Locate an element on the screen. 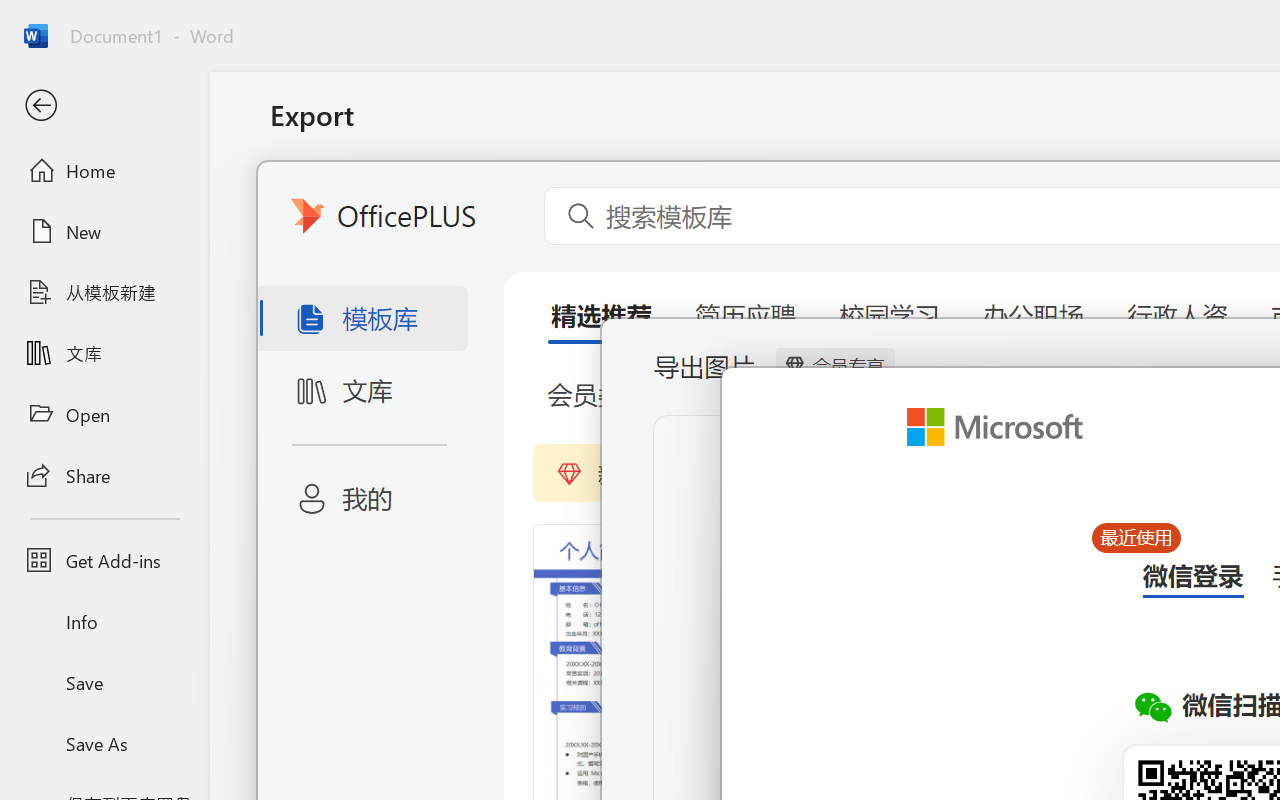 The height and width of the screenshot is (800, 1280). 'New' is located at coordinates (103, 231).